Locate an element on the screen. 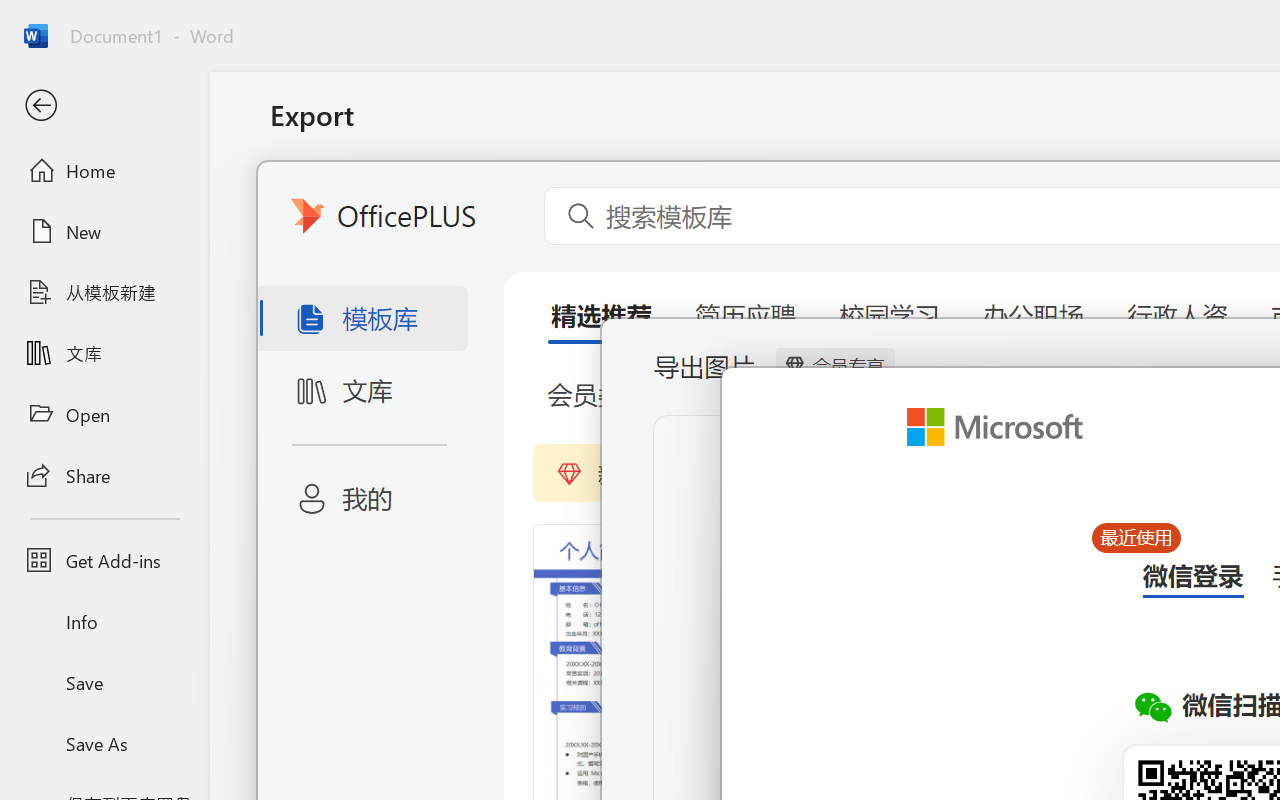 The height and width of the screenshot is (800, 1280). 'New' is located at coordinates (103, 231).